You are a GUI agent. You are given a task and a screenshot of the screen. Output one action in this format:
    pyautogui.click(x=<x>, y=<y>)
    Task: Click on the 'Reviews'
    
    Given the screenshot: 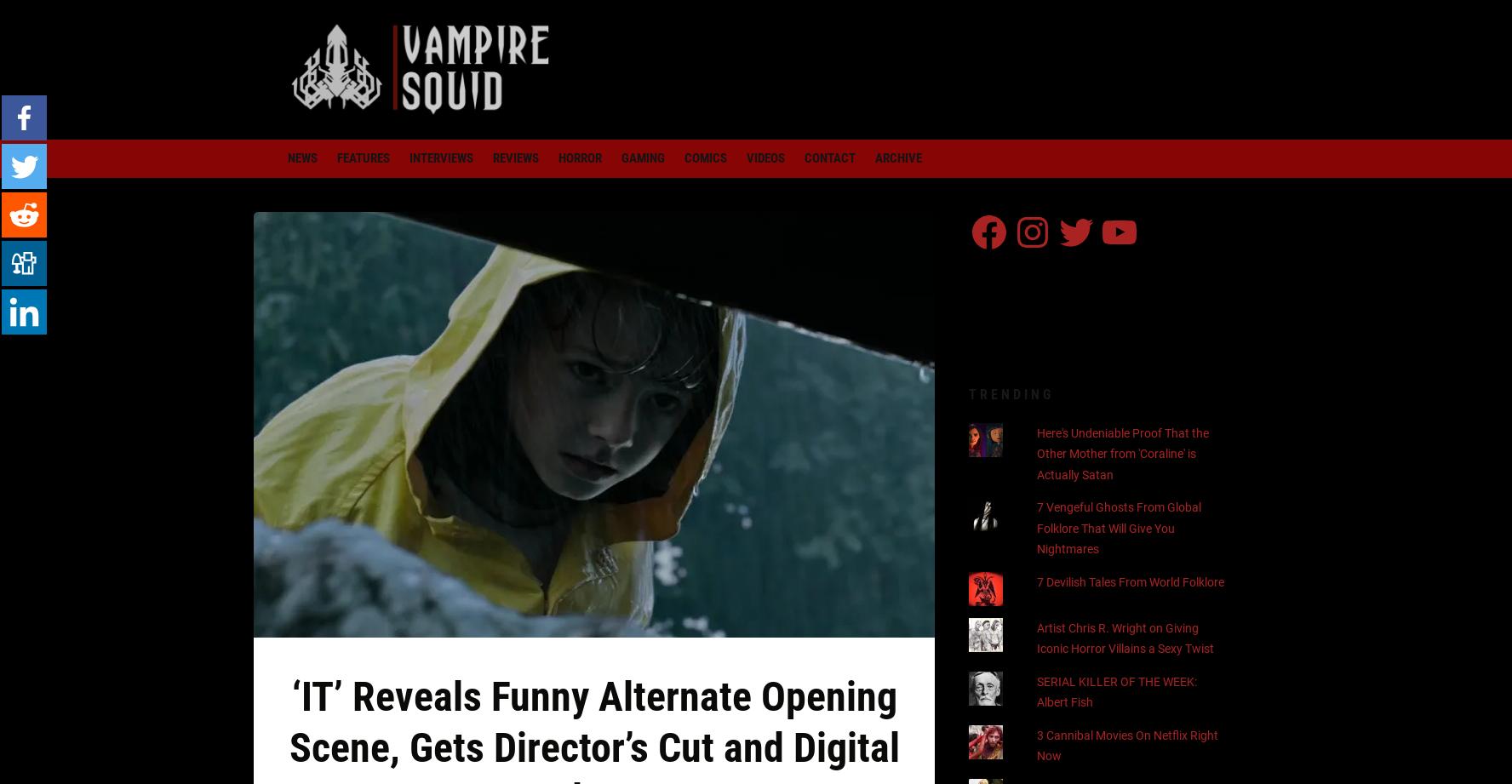 What is the action you would take?
    pyautogui.click(x=514, y=157)
    